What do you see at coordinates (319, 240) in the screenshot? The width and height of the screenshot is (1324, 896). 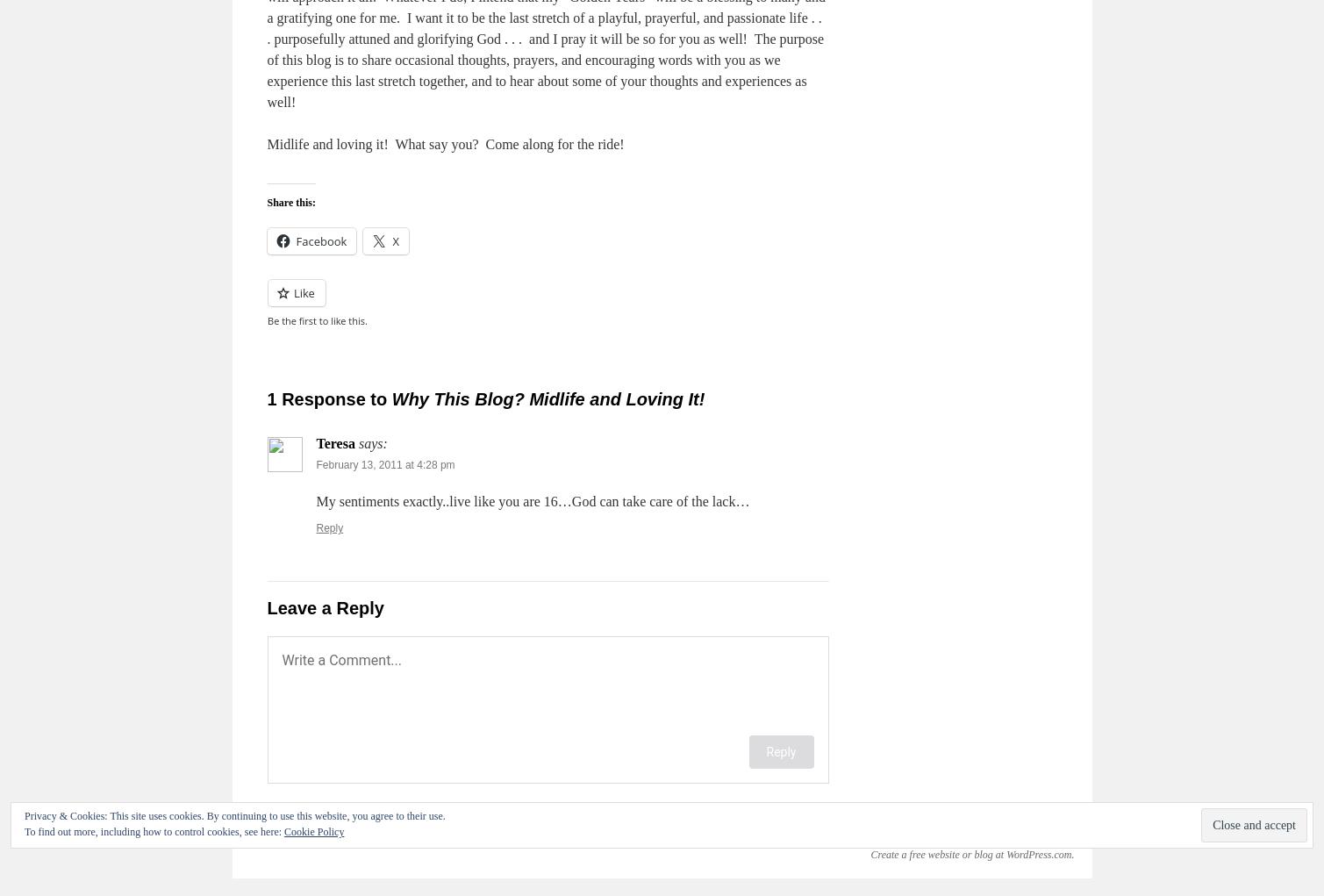 I see `'Facebook'` at bounding box center [319, 240].